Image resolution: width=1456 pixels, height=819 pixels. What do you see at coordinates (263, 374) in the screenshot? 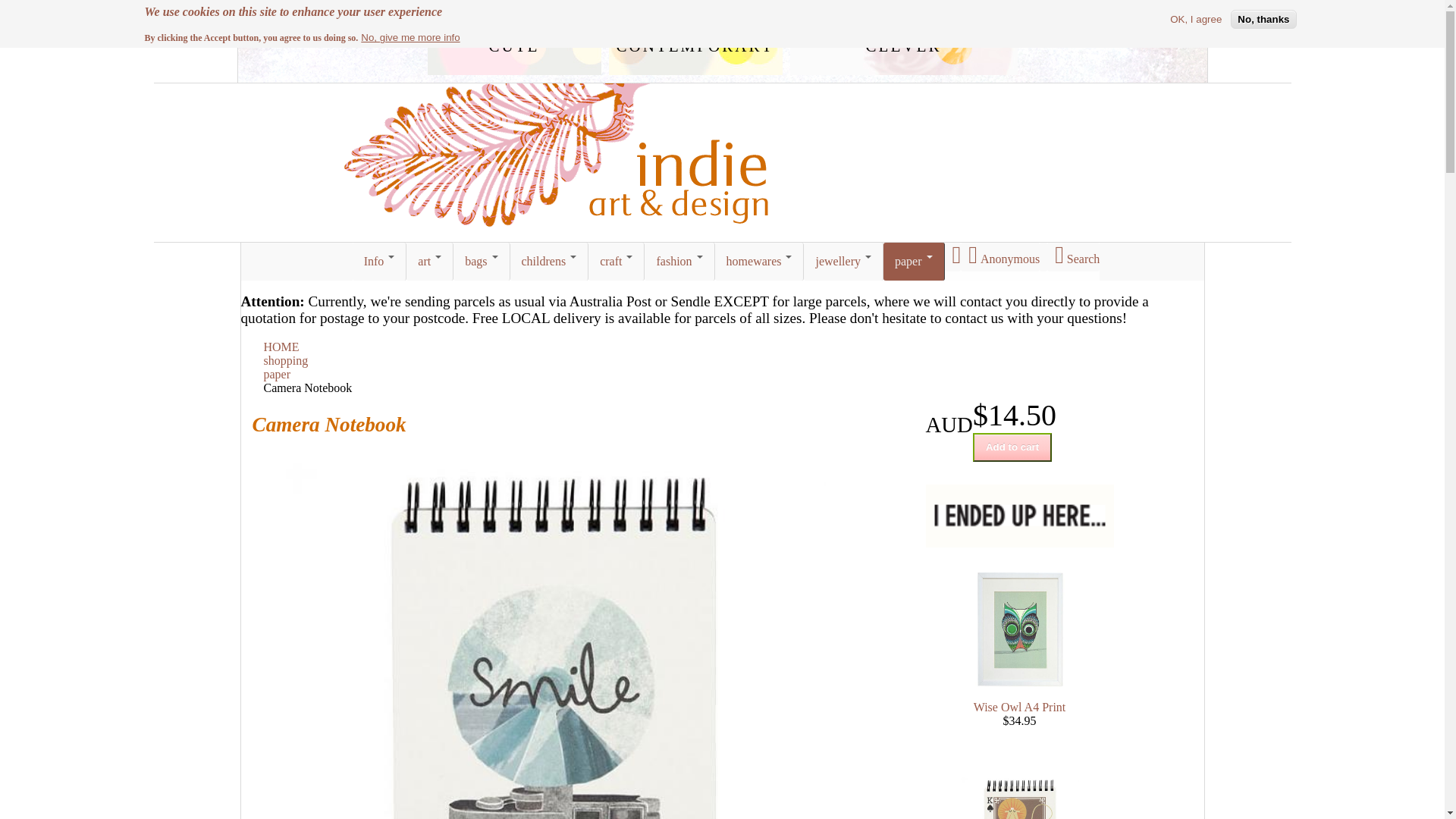
I see `'paper'` at bounding box center [263, 374].